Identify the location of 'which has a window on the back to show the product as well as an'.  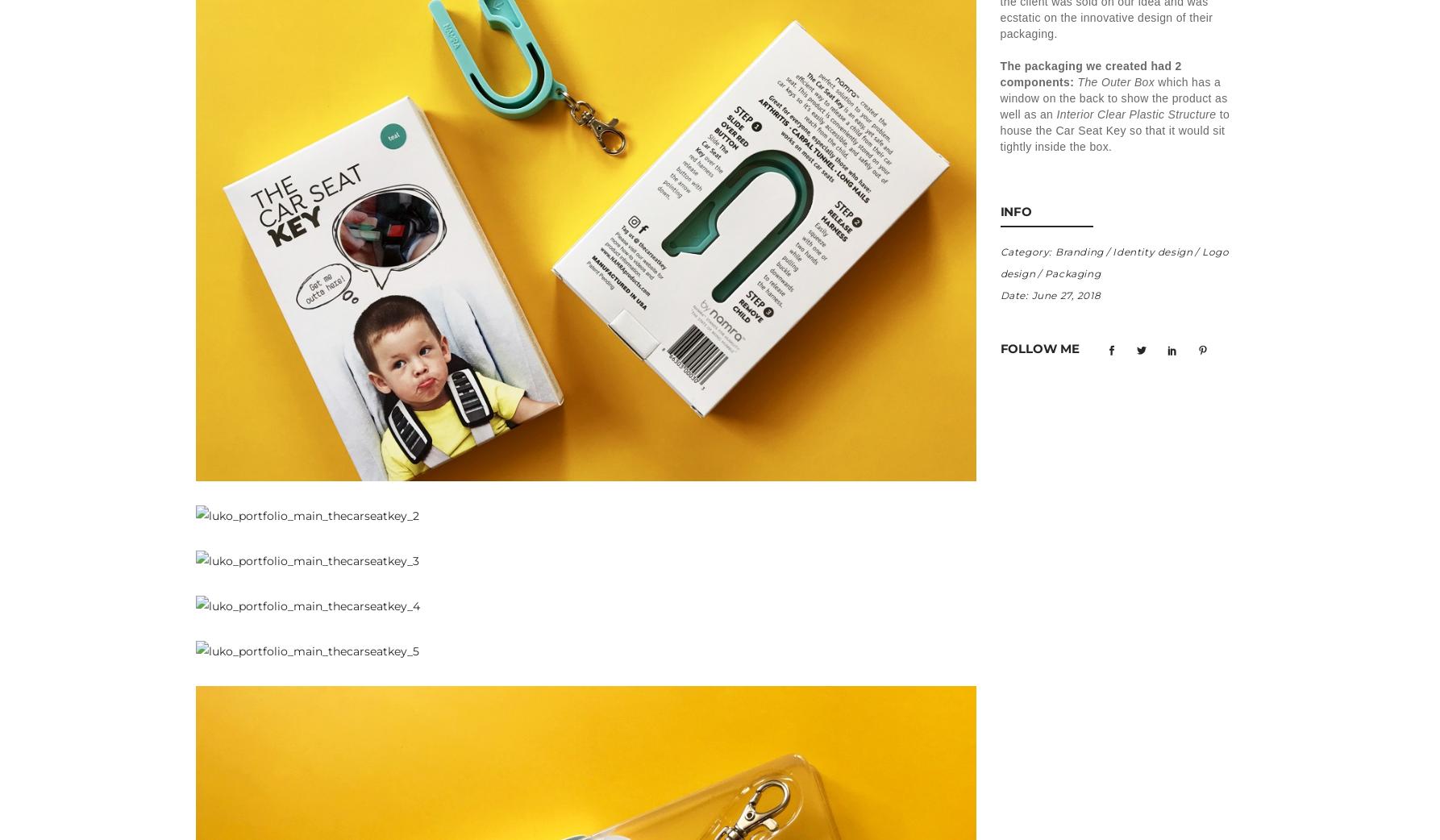
(1112, 97).